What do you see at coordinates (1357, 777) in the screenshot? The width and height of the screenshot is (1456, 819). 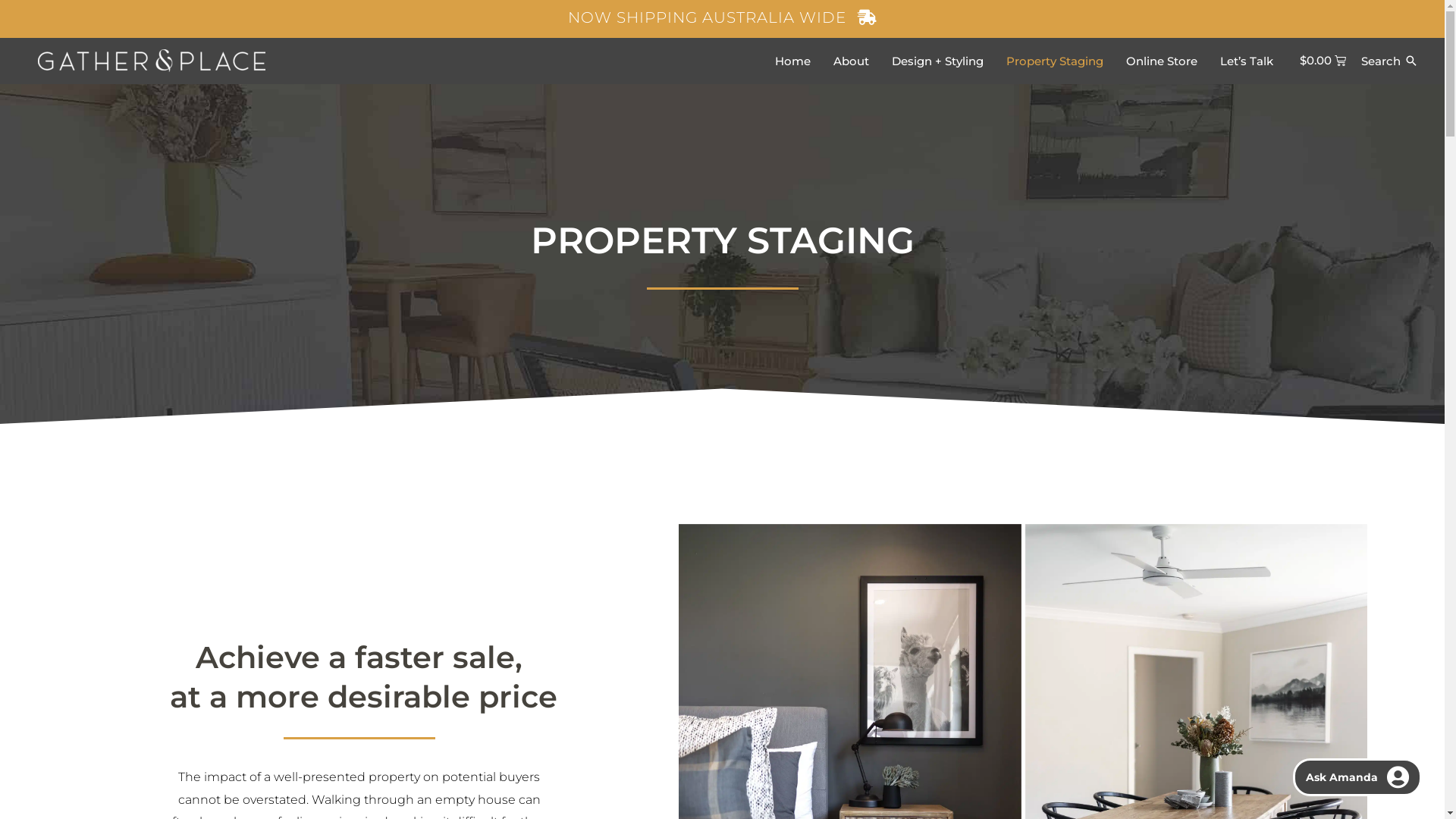 I see `'Ask Amanda'` at bounding box center [1357, 777].